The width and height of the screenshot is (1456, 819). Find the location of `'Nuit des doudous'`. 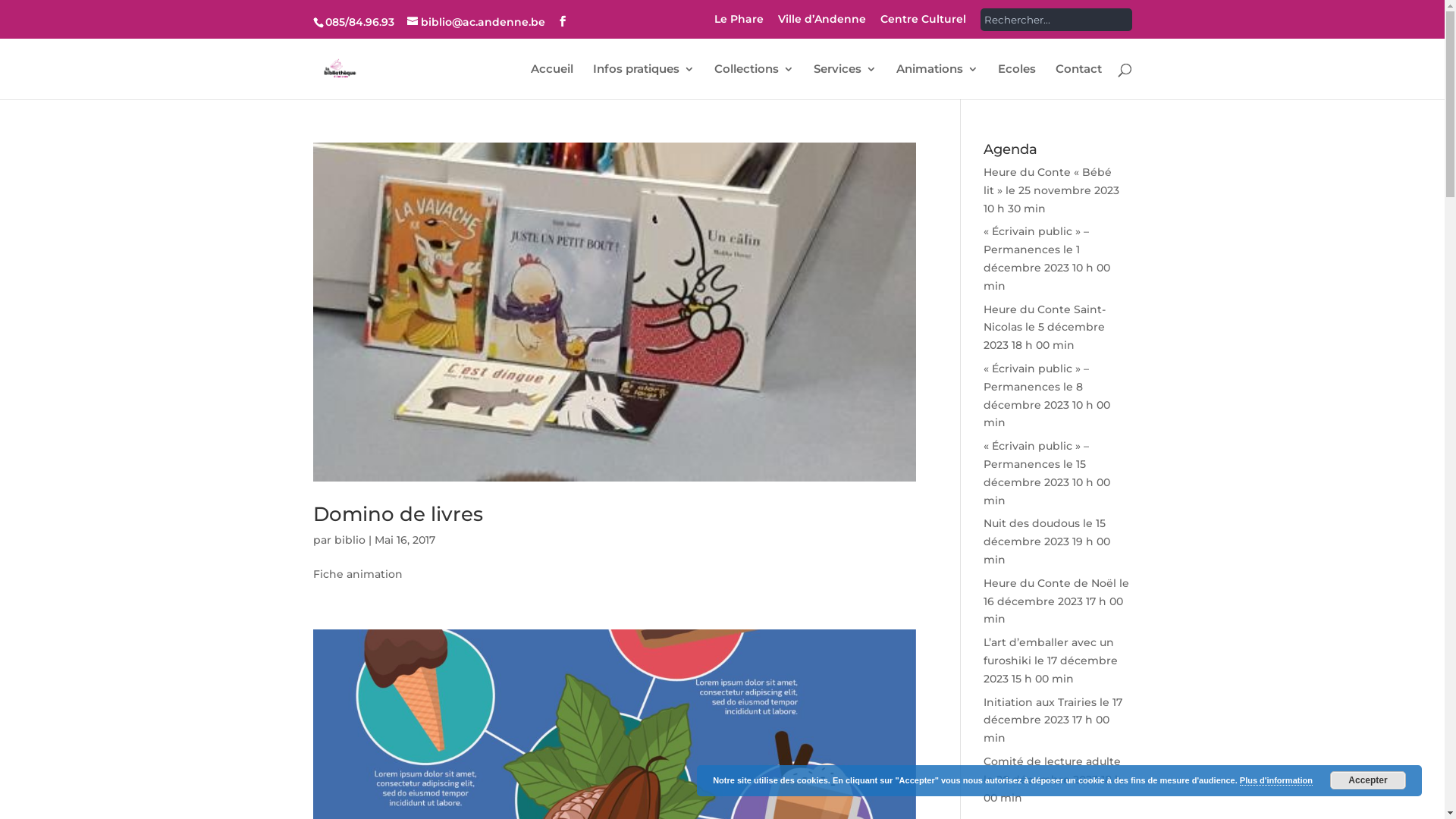

'Nuit des doudous' is located at coordinates (1031, 522).